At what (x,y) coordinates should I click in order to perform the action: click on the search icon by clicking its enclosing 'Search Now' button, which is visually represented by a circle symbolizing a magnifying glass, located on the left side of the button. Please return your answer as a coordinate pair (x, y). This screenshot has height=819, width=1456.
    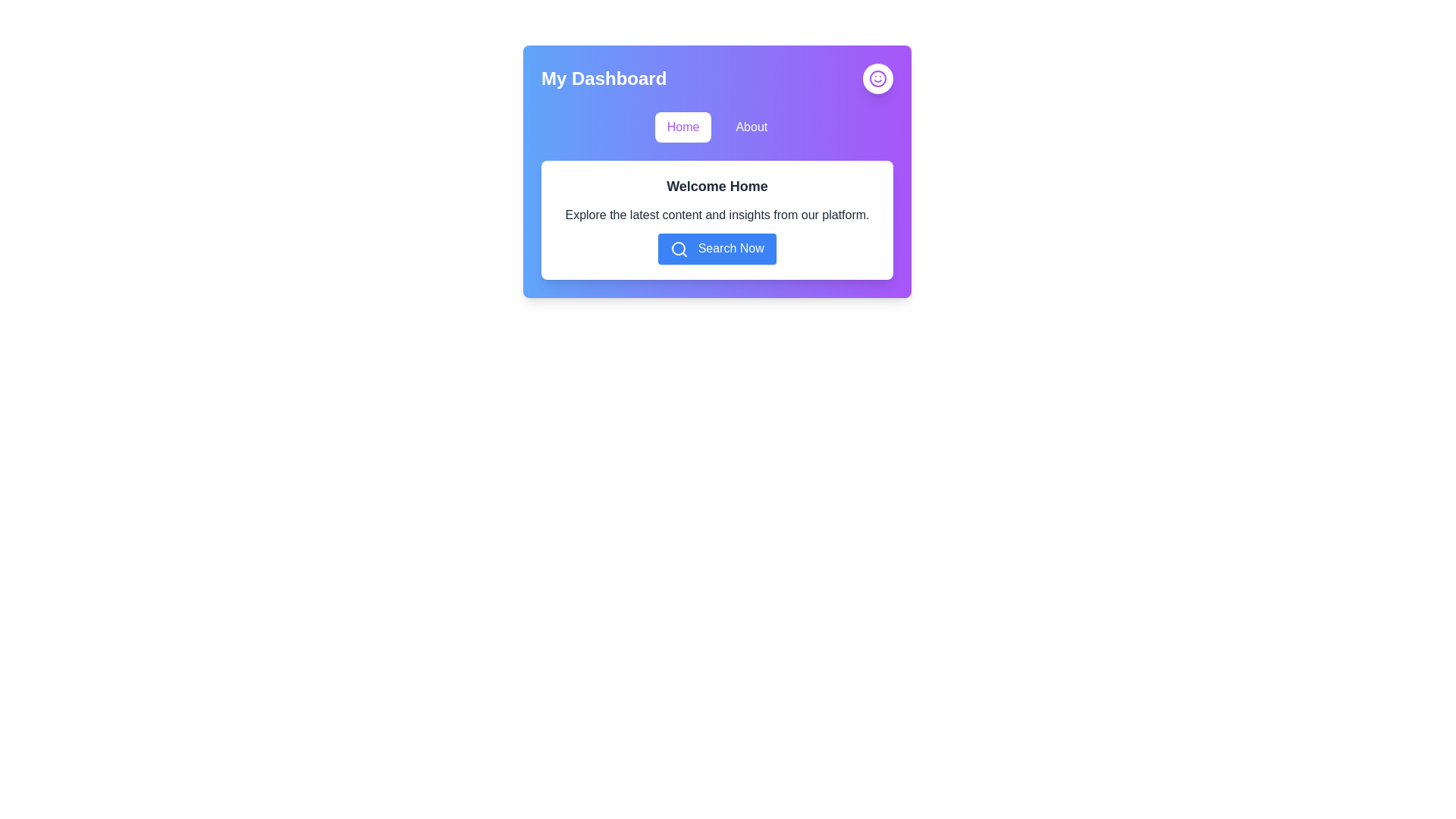
    Looking at the image, I should click on (678, 247).